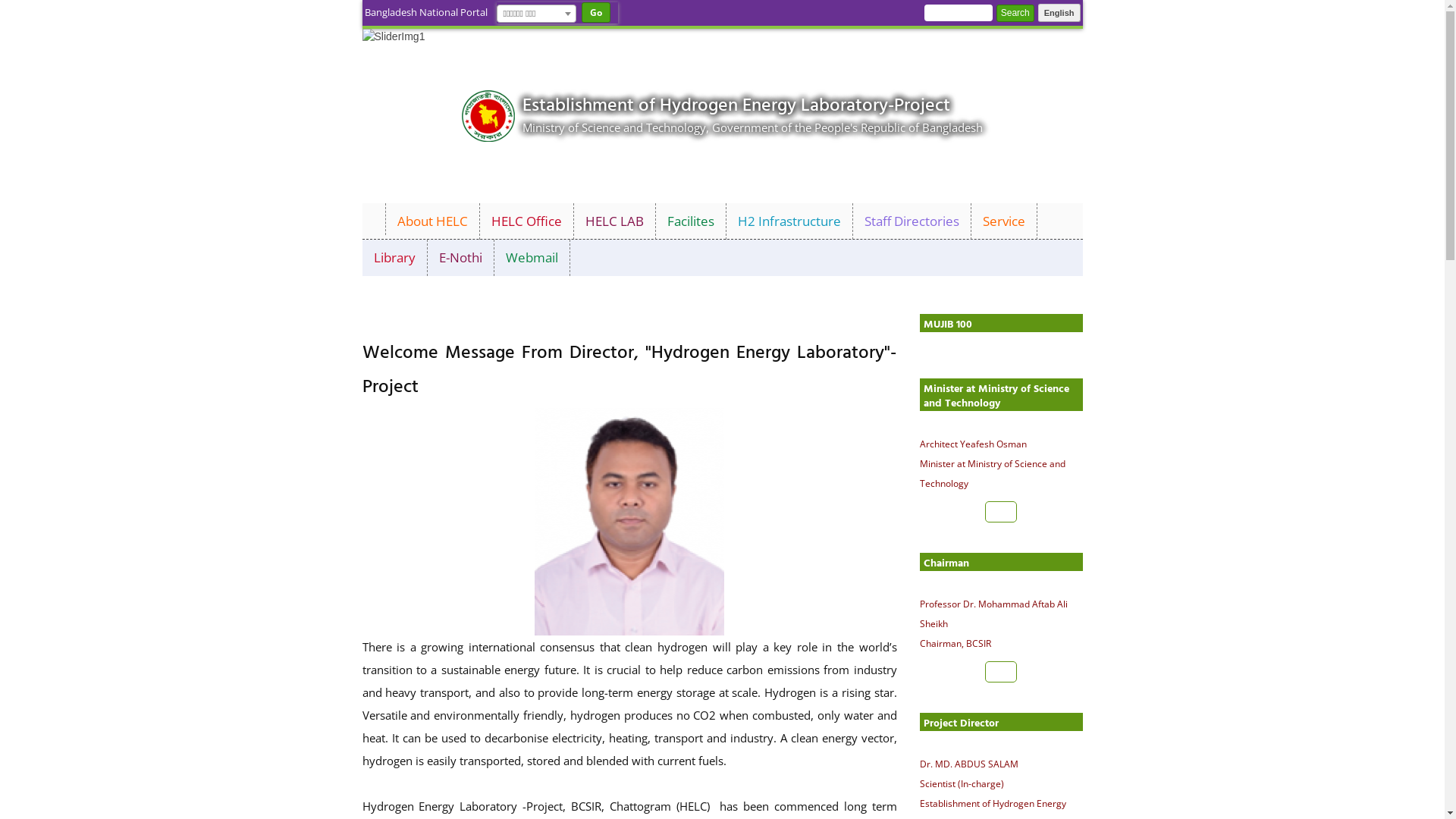 The width and height of the screenshot is (1456, 819). Describe the element at coordinates (526, 221) in the screenshot. I see `'HELC Office'` at that location.